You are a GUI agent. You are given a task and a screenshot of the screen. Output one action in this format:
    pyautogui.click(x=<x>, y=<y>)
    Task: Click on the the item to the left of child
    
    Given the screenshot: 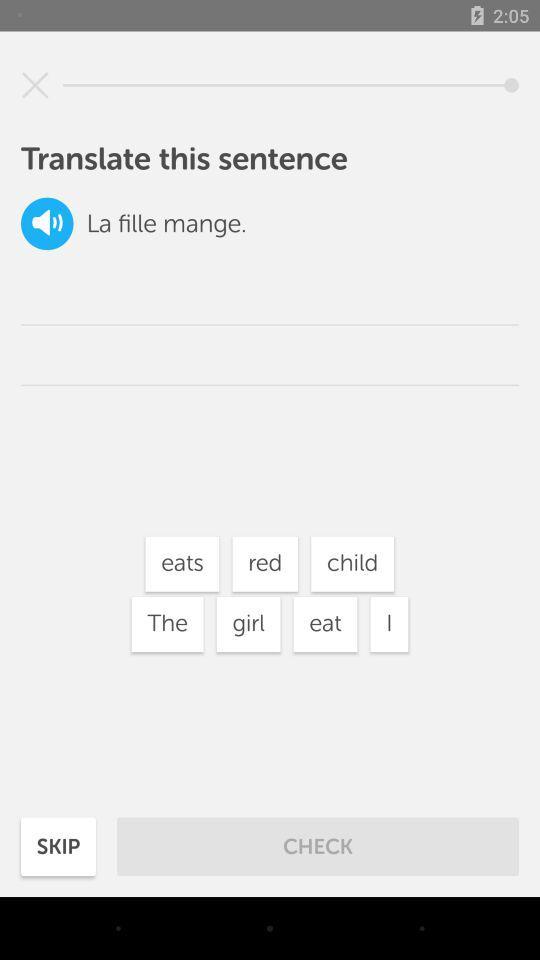 What is the action you would take?
    pyautogui.click(x=265, y=564)
    